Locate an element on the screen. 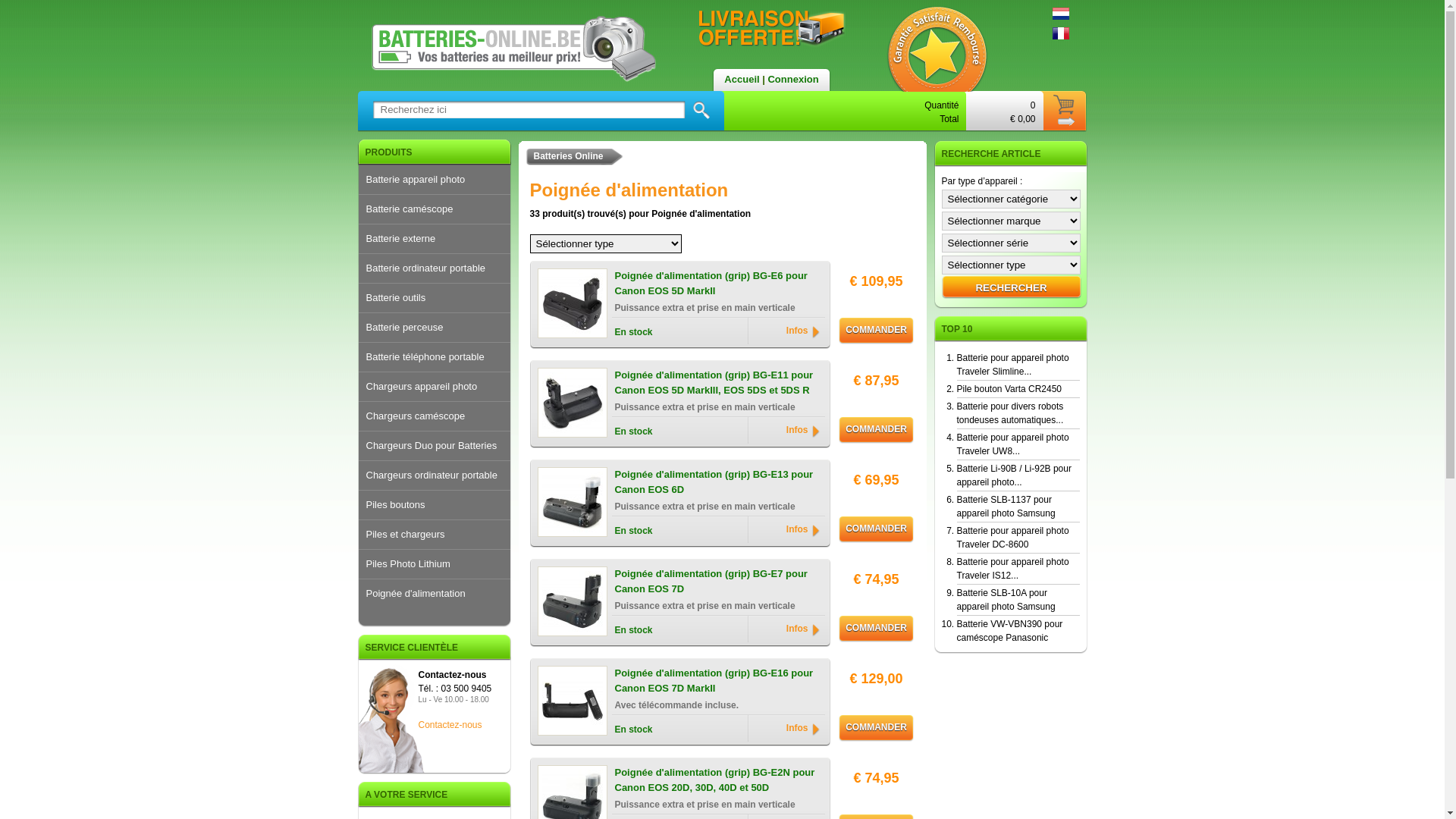 This screenshot has height=819, width=1456. 'Batterie appareil photo' is located at coordinates (432, 178).